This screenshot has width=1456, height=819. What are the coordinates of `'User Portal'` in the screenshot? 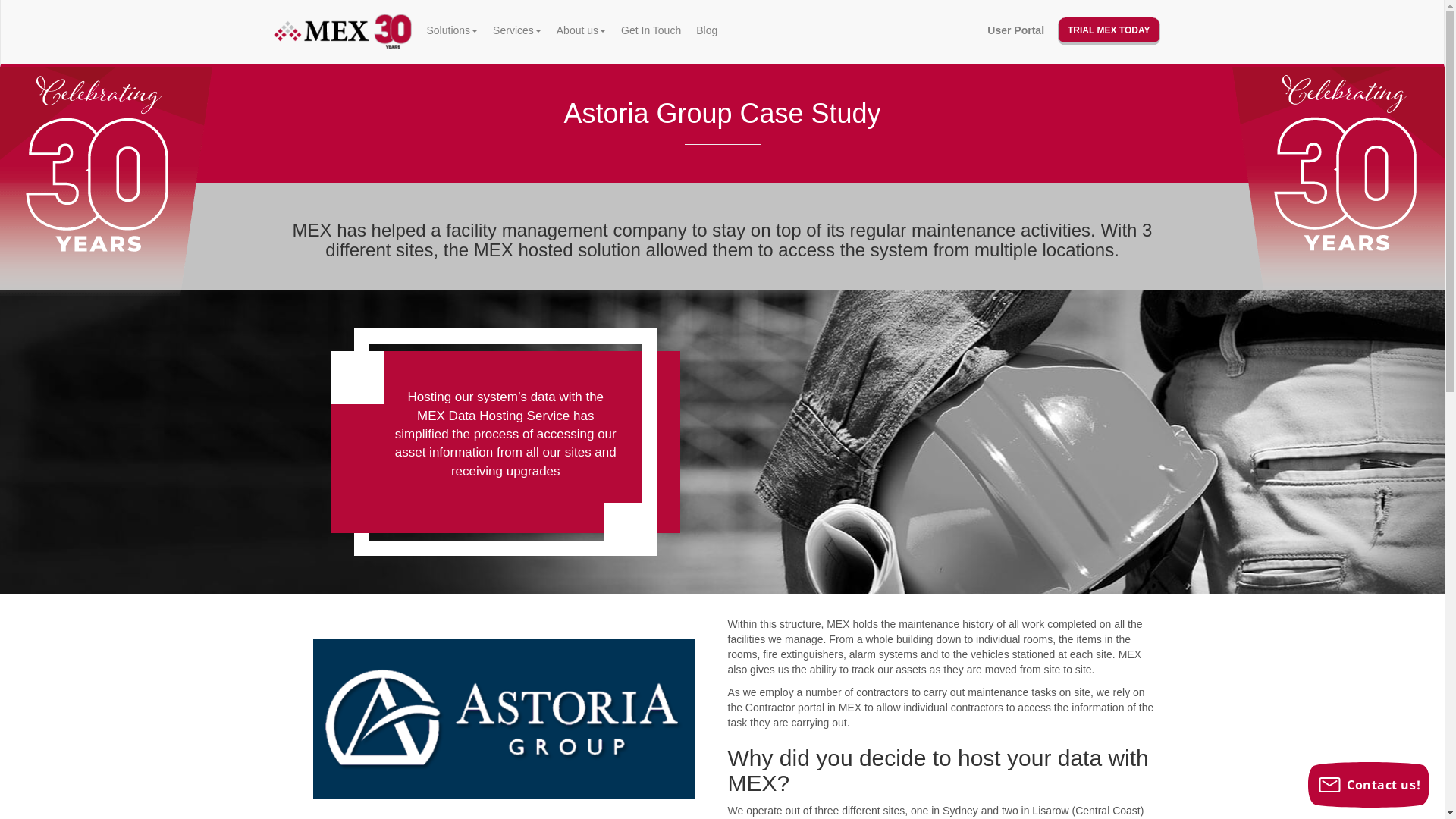 It's located at (979, 30).